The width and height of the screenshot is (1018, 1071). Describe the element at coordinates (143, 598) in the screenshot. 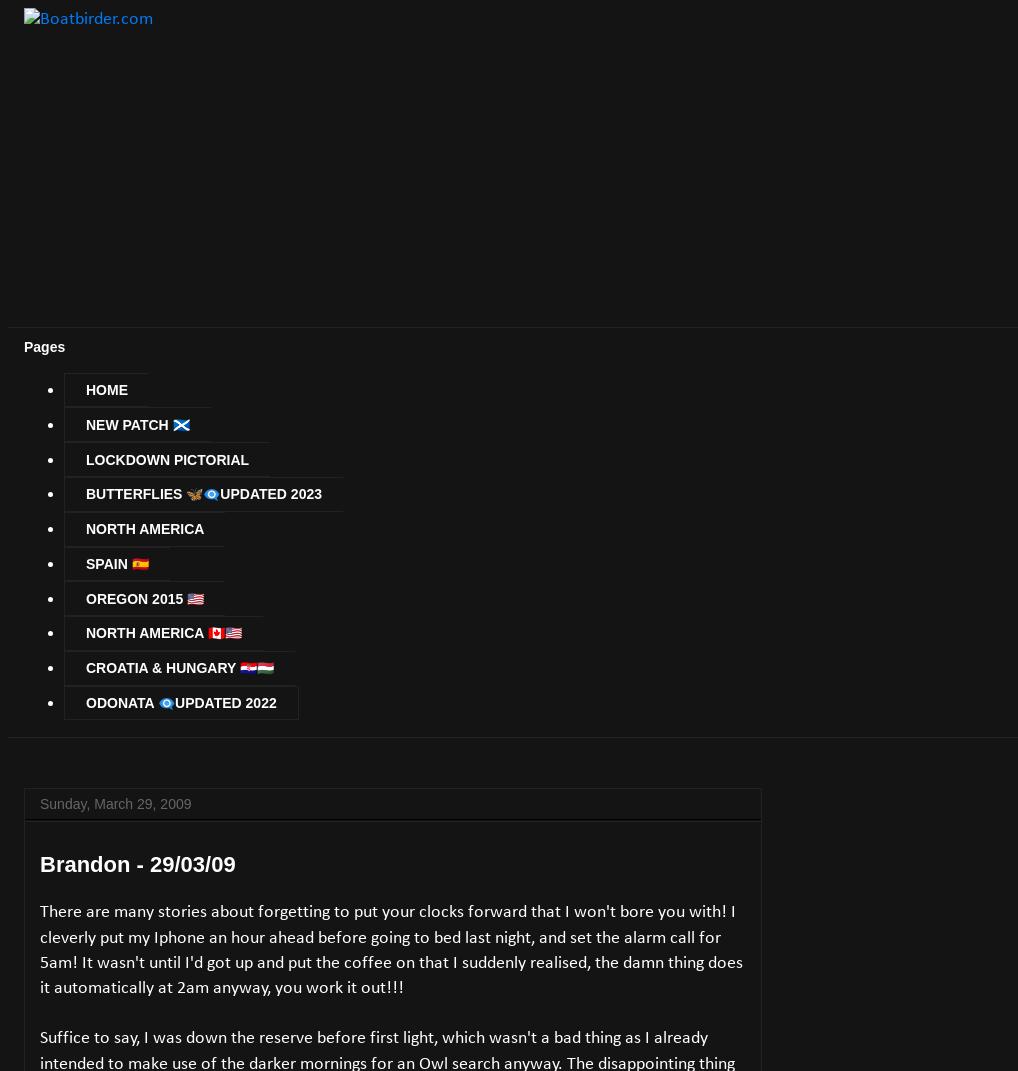

I see `'OREGON 2015 🇺🇸'` at that location.